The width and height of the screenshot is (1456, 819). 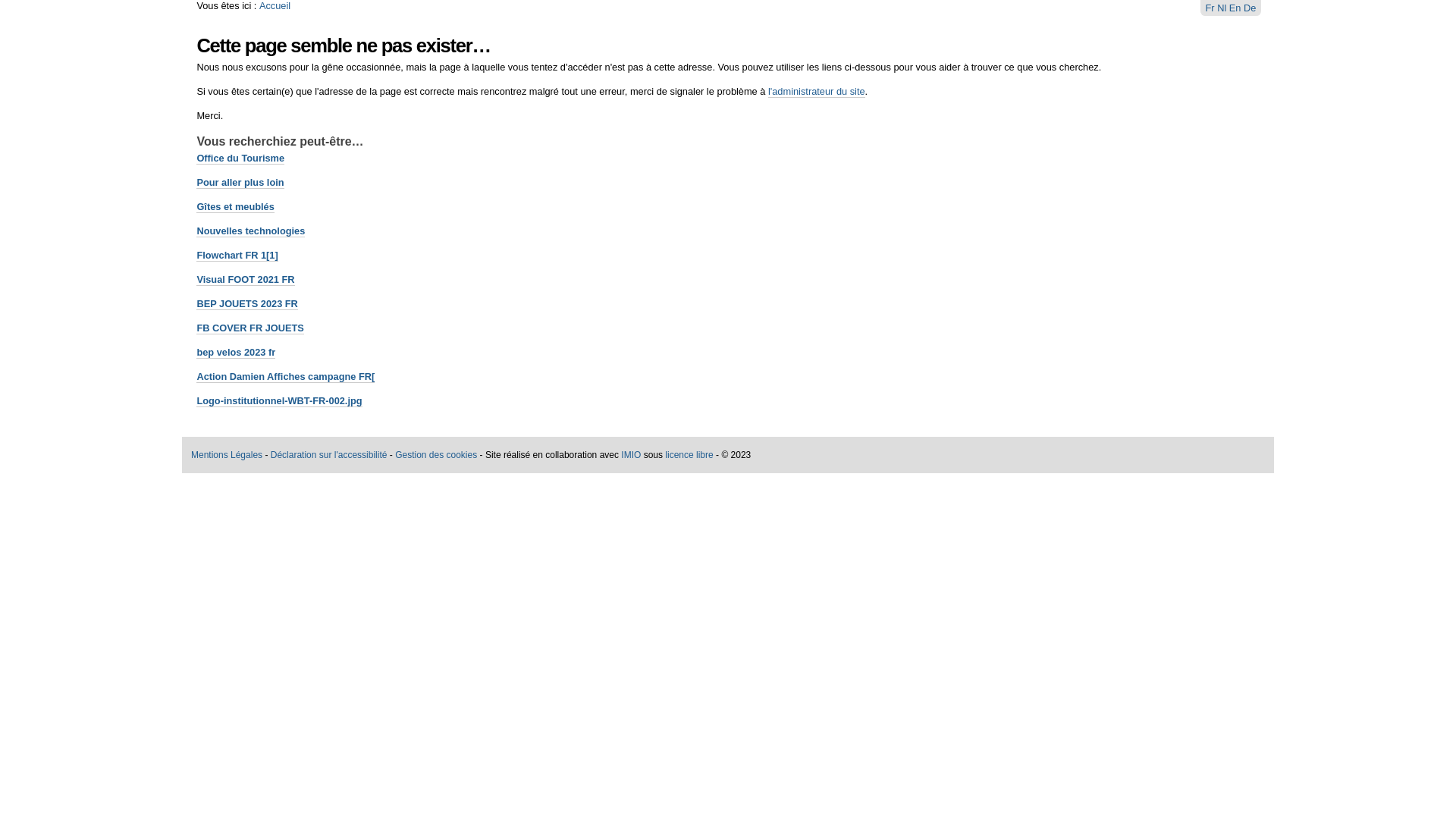 I want to click on 'Visual FOOT 2021 FR', so click(x=245, y=280).